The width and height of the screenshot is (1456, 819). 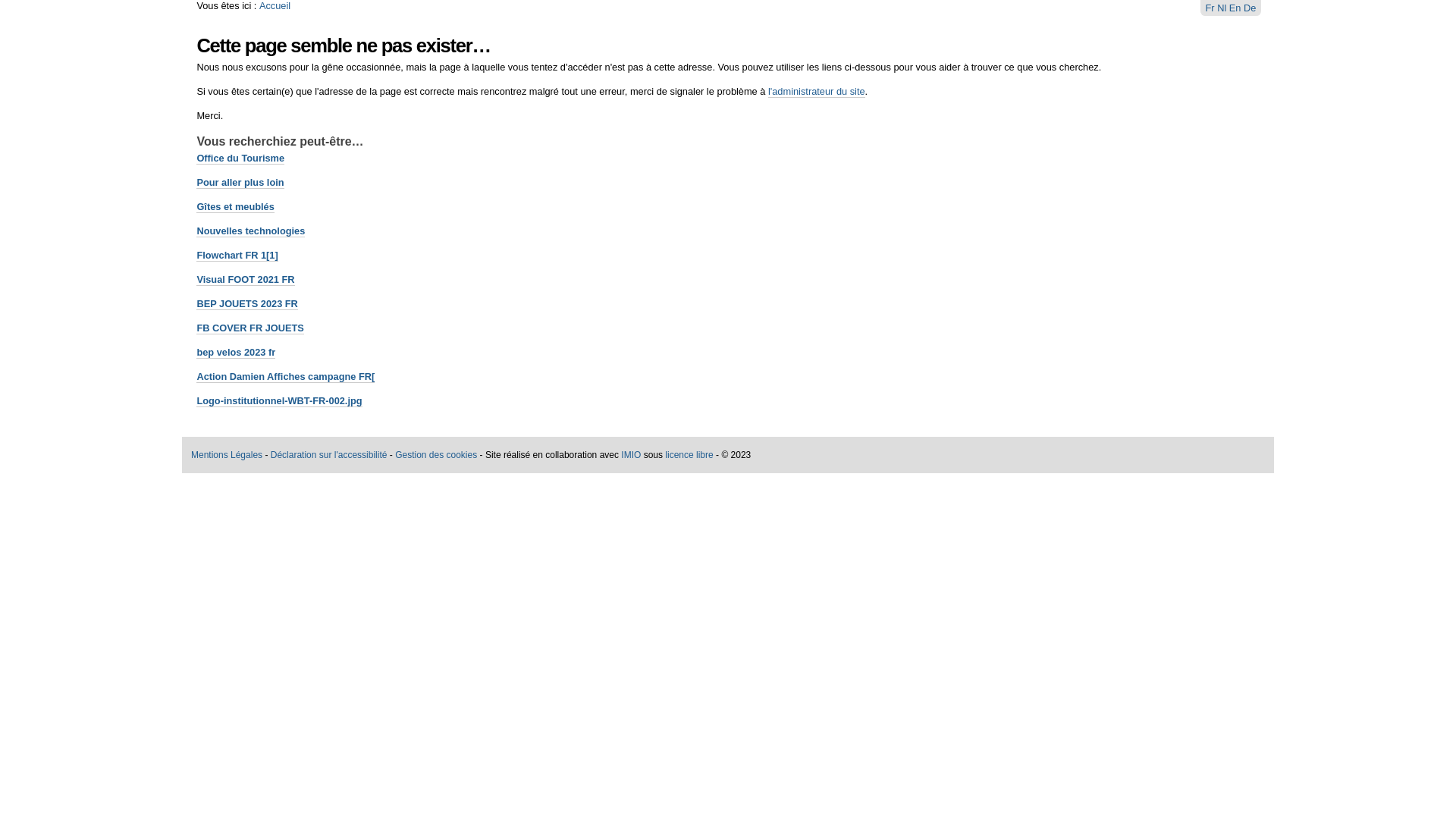 I want to click on 'Visual FOOT 2021 FR', so click(x=245, y=280).